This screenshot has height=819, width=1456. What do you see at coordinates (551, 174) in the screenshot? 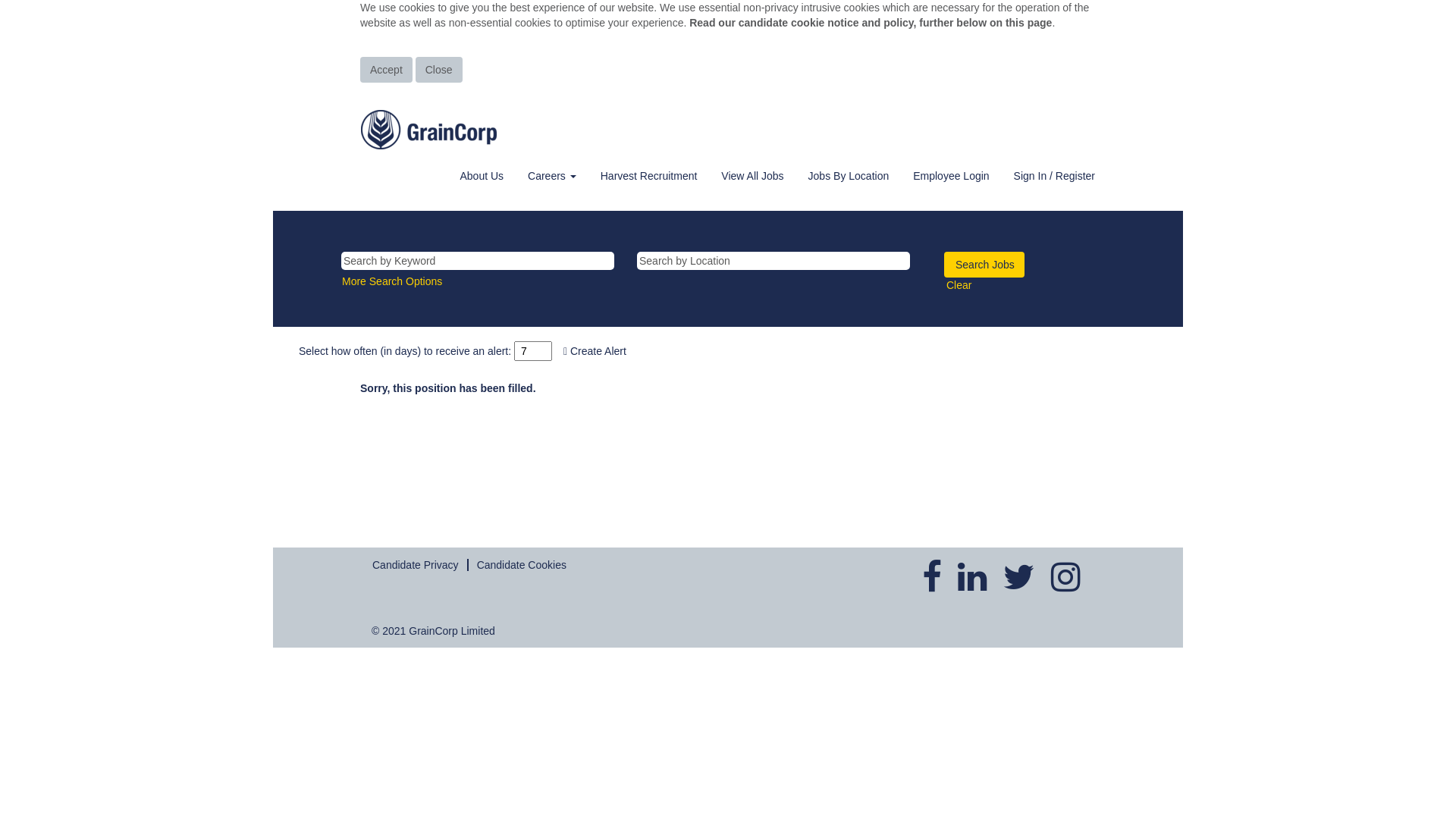
I see `'Careers'` at bounding box center [551, 174].